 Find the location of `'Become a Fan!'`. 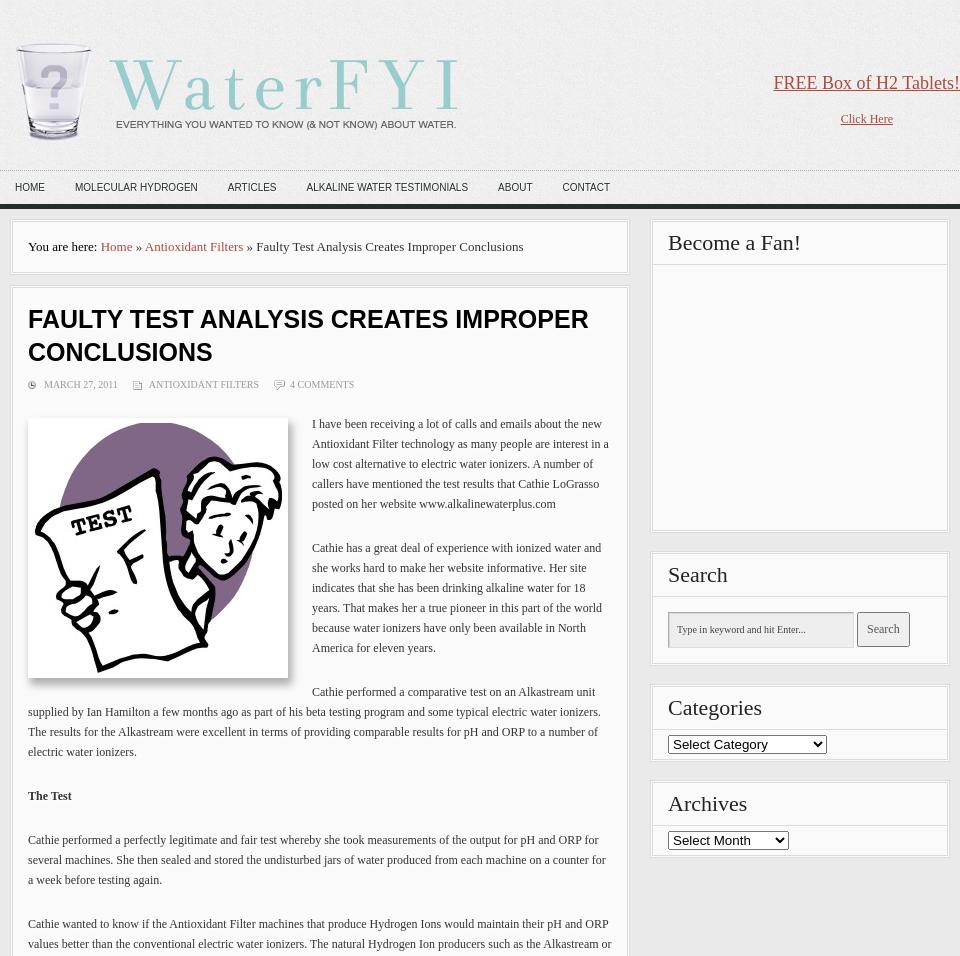

'Become a Fan!' is located at coordinates (667, 241).